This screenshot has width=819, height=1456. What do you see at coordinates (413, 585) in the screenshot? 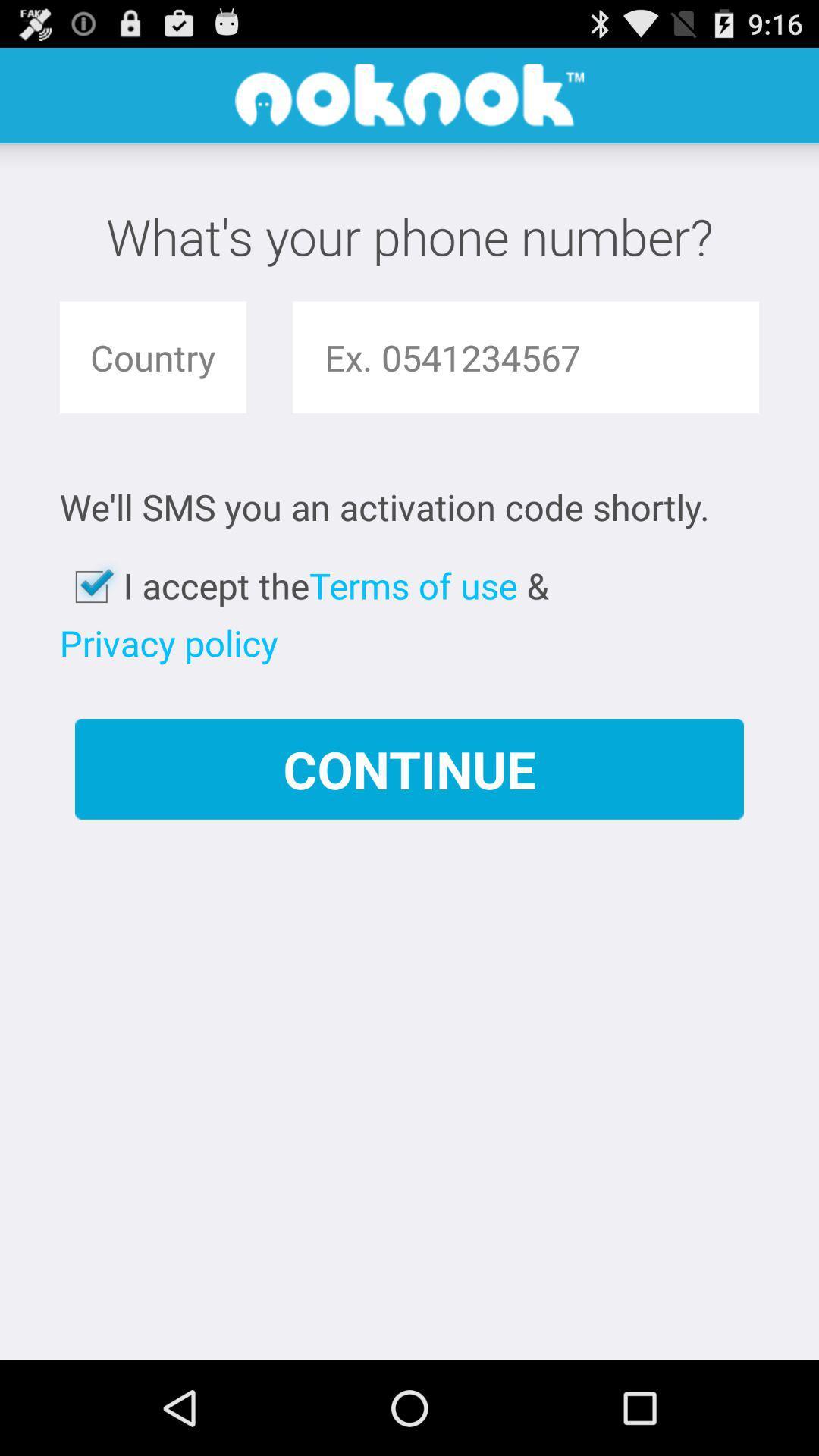
I see `icon below the we ll sms item` at bounding box center [413, 585].